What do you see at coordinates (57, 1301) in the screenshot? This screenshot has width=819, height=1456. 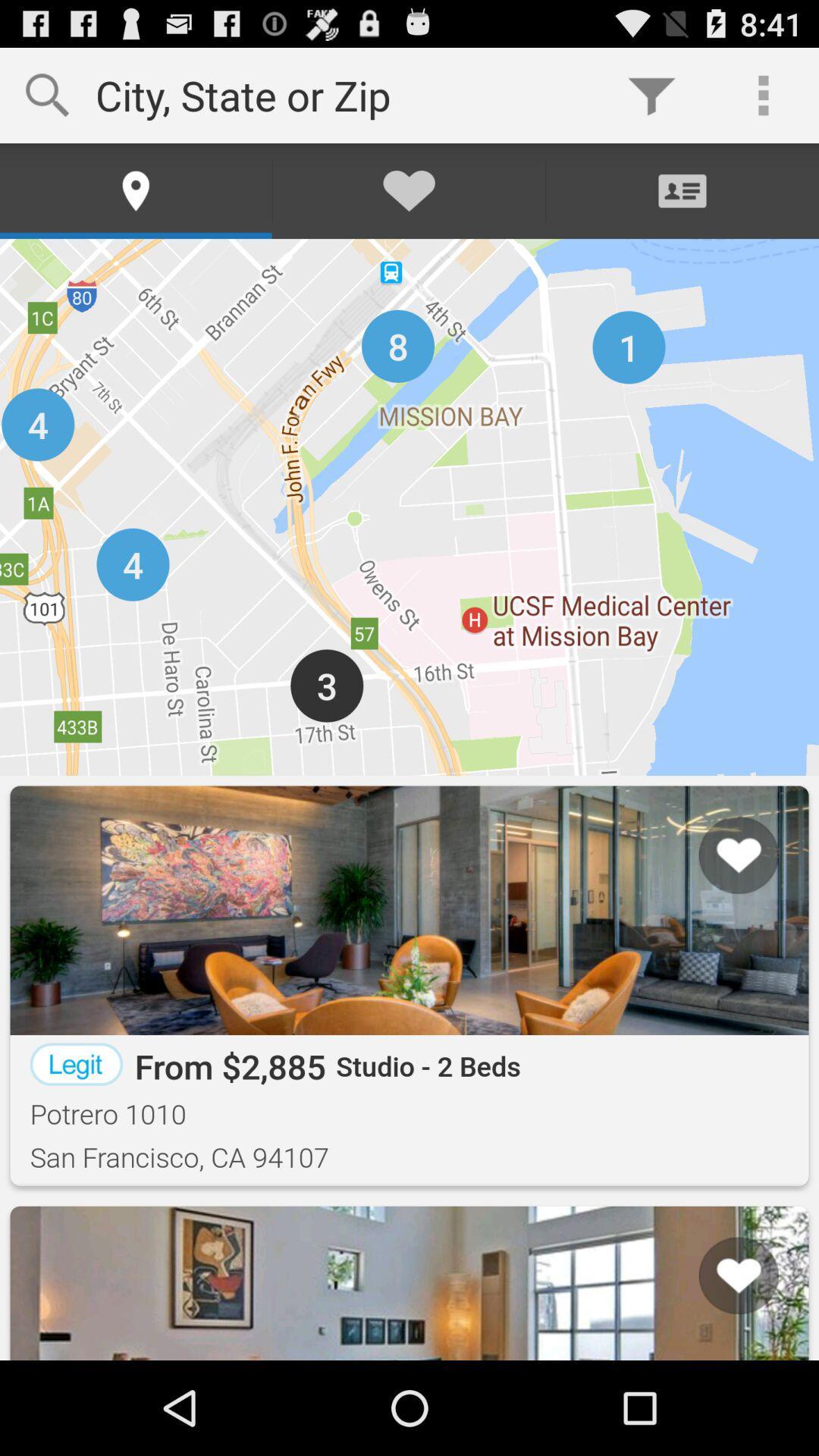 I see `button to the left of the list button` at bounding box center [57, 1301].